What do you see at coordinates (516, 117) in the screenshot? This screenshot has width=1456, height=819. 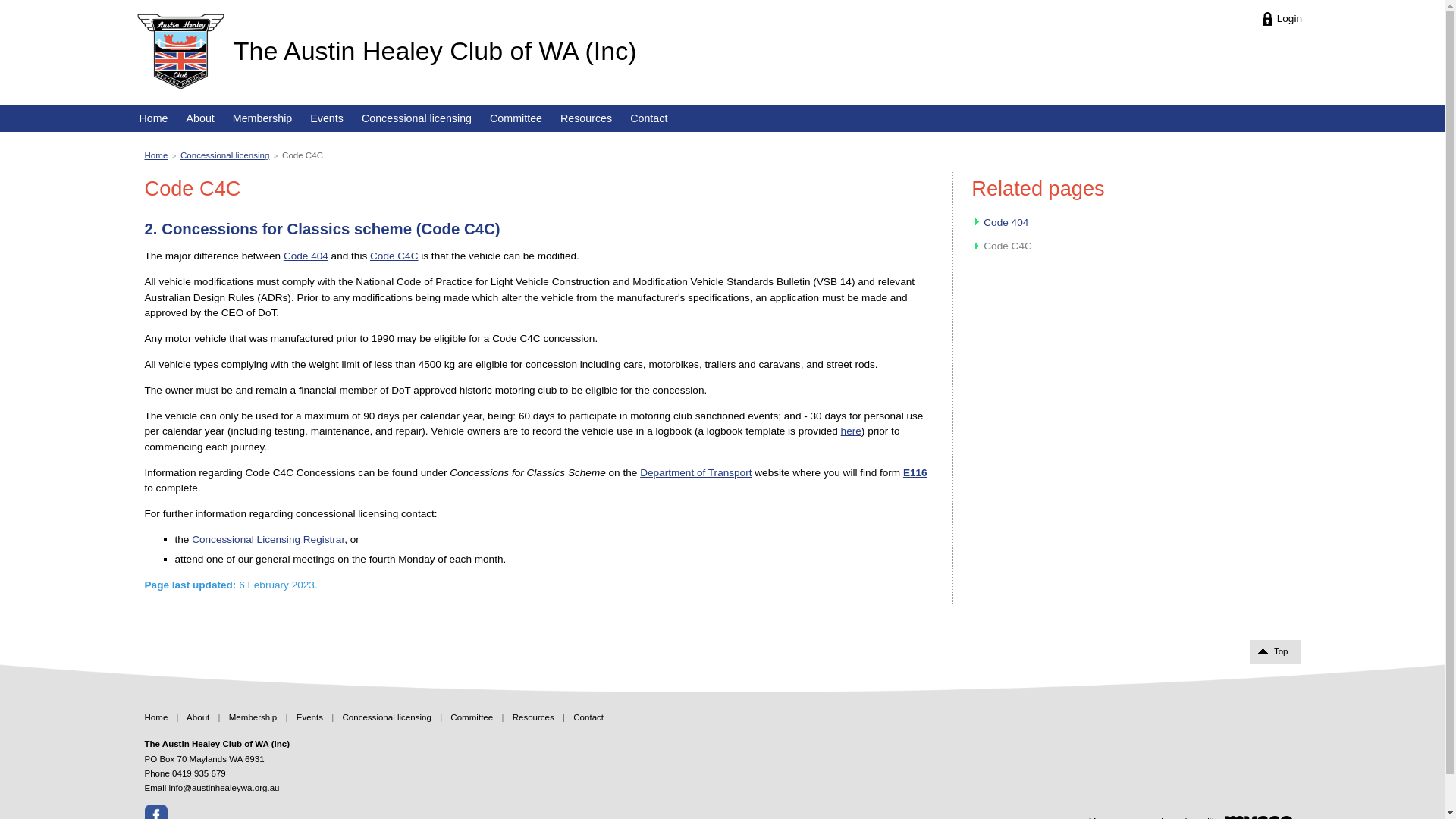 I see `'Committee'` at bounding box center [516, 117].